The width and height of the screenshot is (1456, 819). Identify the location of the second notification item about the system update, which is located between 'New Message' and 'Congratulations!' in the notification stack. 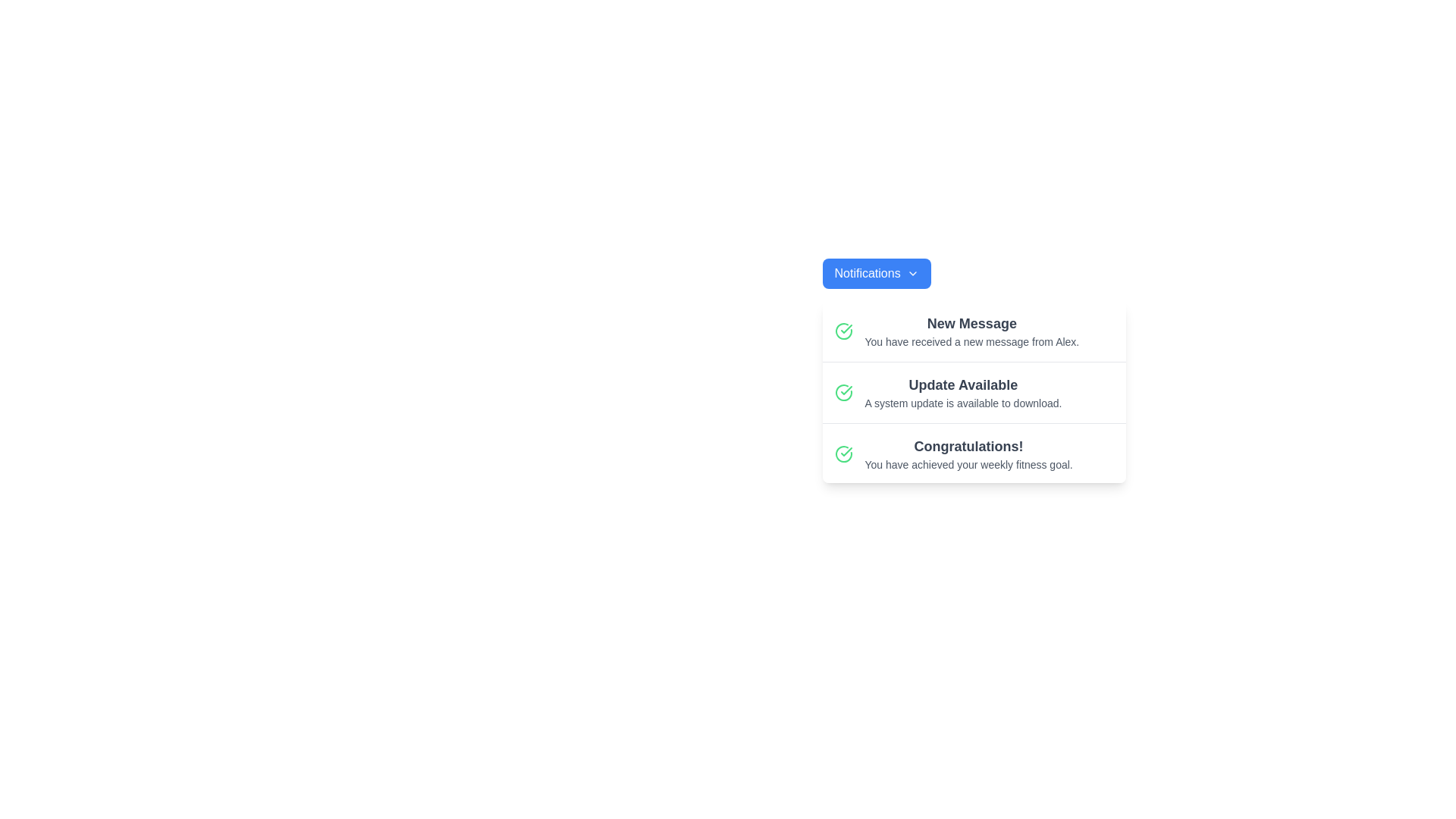
(974, 392).